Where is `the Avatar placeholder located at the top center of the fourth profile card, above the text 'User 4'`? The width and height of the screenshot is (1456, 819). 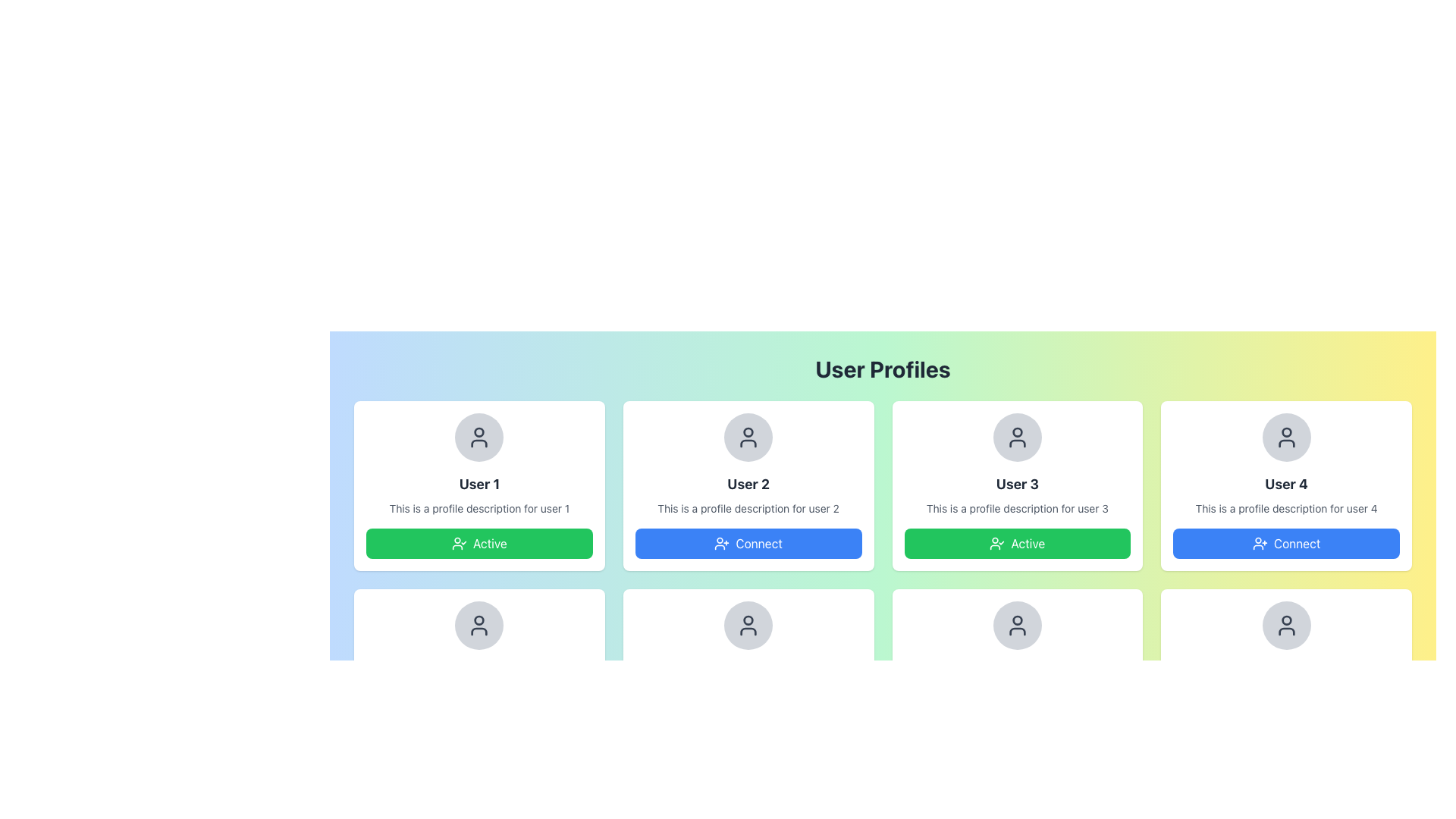 the Avatar placeholder located at the top center of the fourth profile card, above the text 'User 4' is located at coordinates (1285, 438).